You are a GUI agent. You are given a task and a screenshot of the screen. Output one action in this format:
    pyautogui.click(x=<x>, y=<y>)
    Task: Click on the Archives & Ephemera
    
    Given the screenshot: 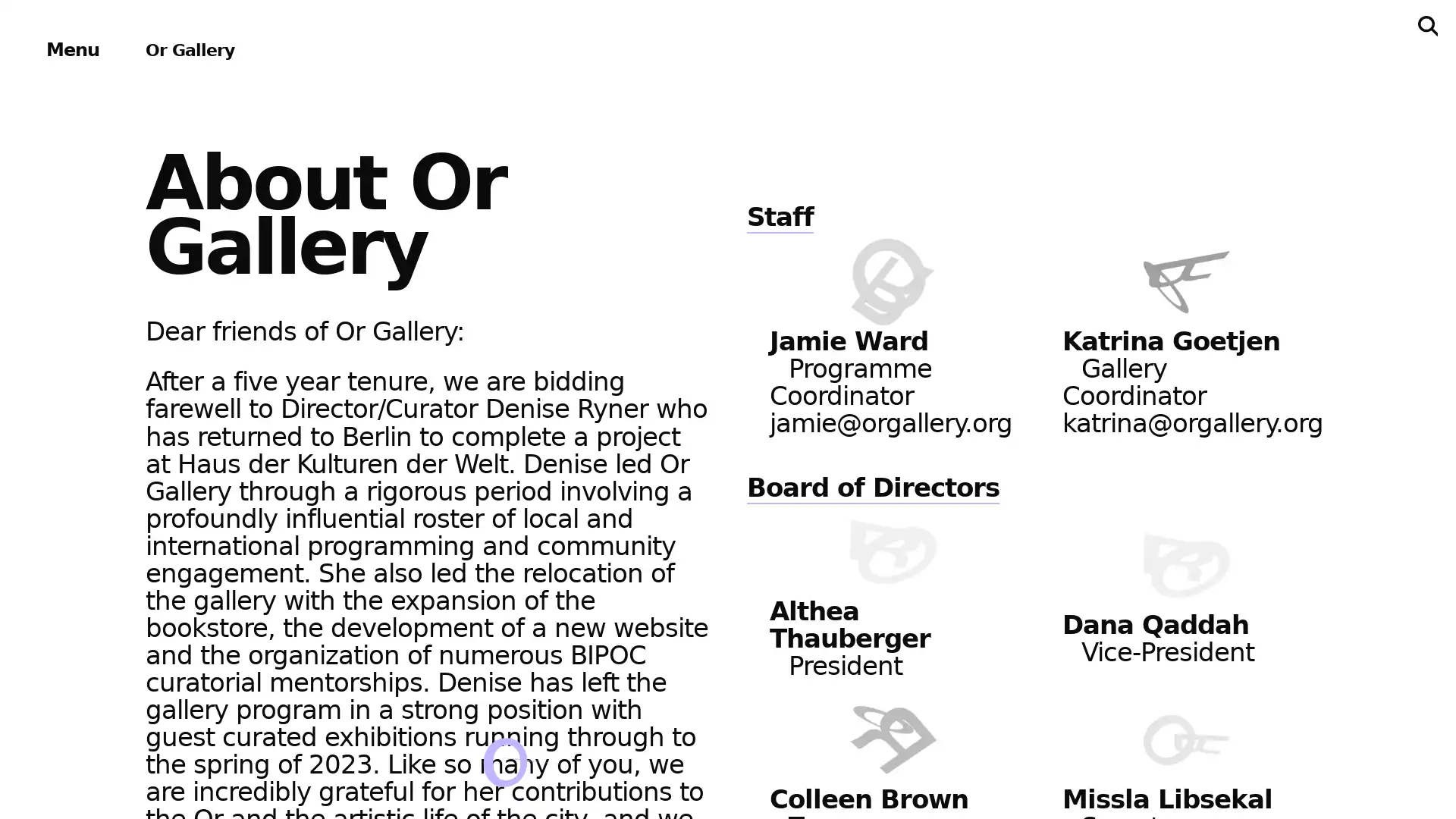 What is the action you would take?
    pyautogui.click(x=329, y=516)
    